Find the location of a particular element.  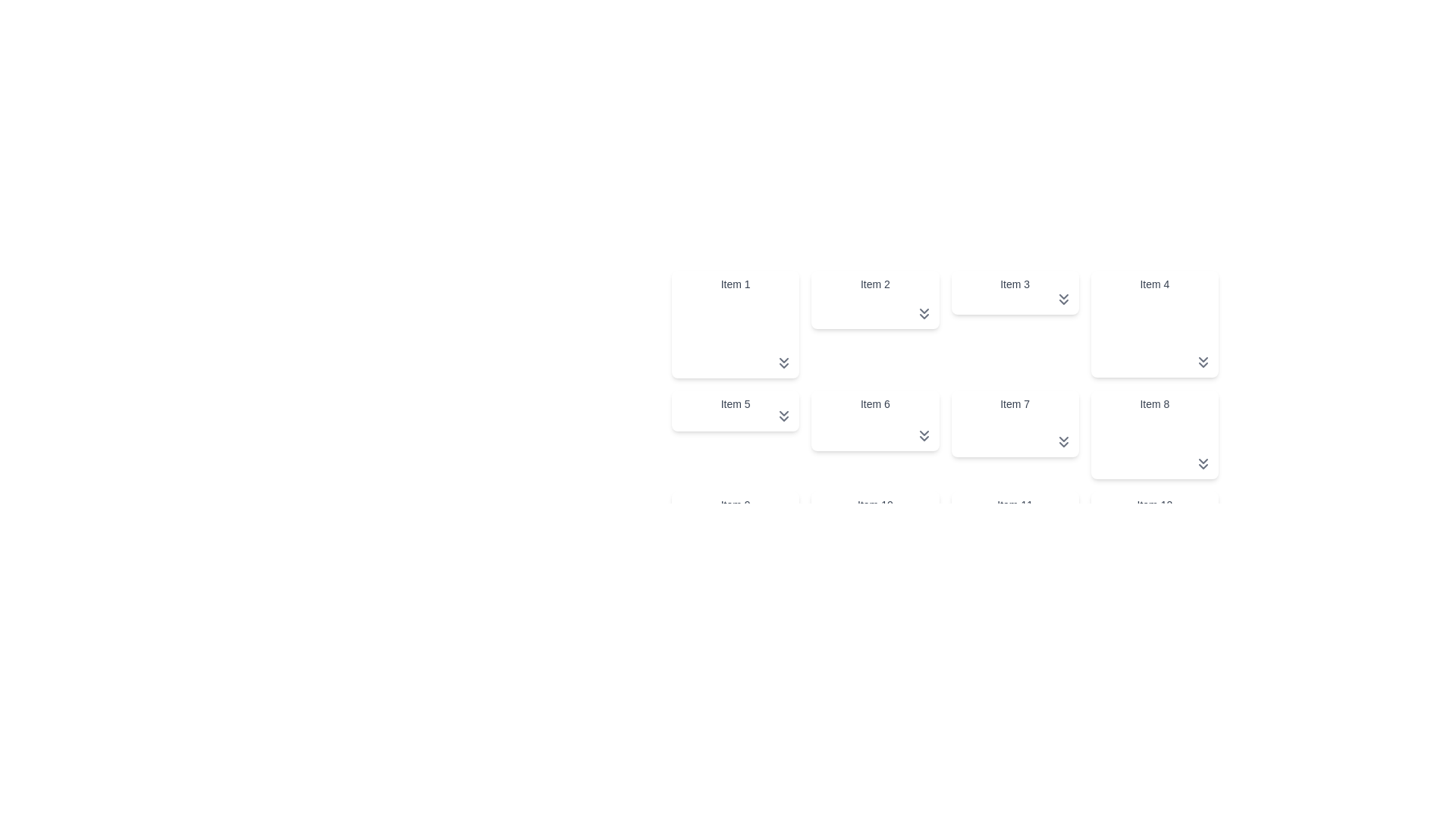

the interactive card labeled 'Item 2' in the grid is located at coordinates (875, 300).